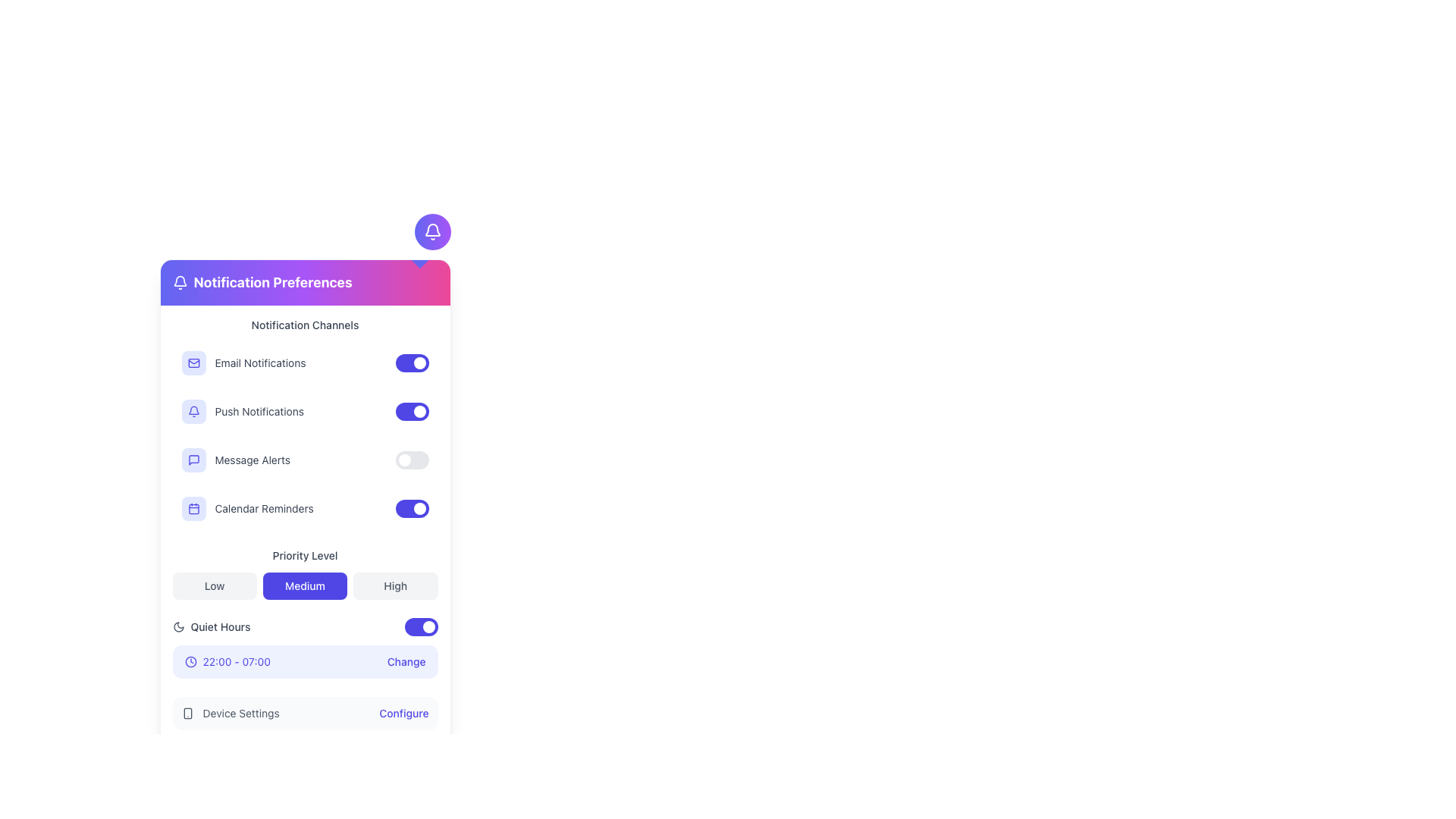  I want to click on the 'Device Settings' label with the smartphone icon, which is located near the bottom of the application layout, on the left side of its section, so click(230, 714).